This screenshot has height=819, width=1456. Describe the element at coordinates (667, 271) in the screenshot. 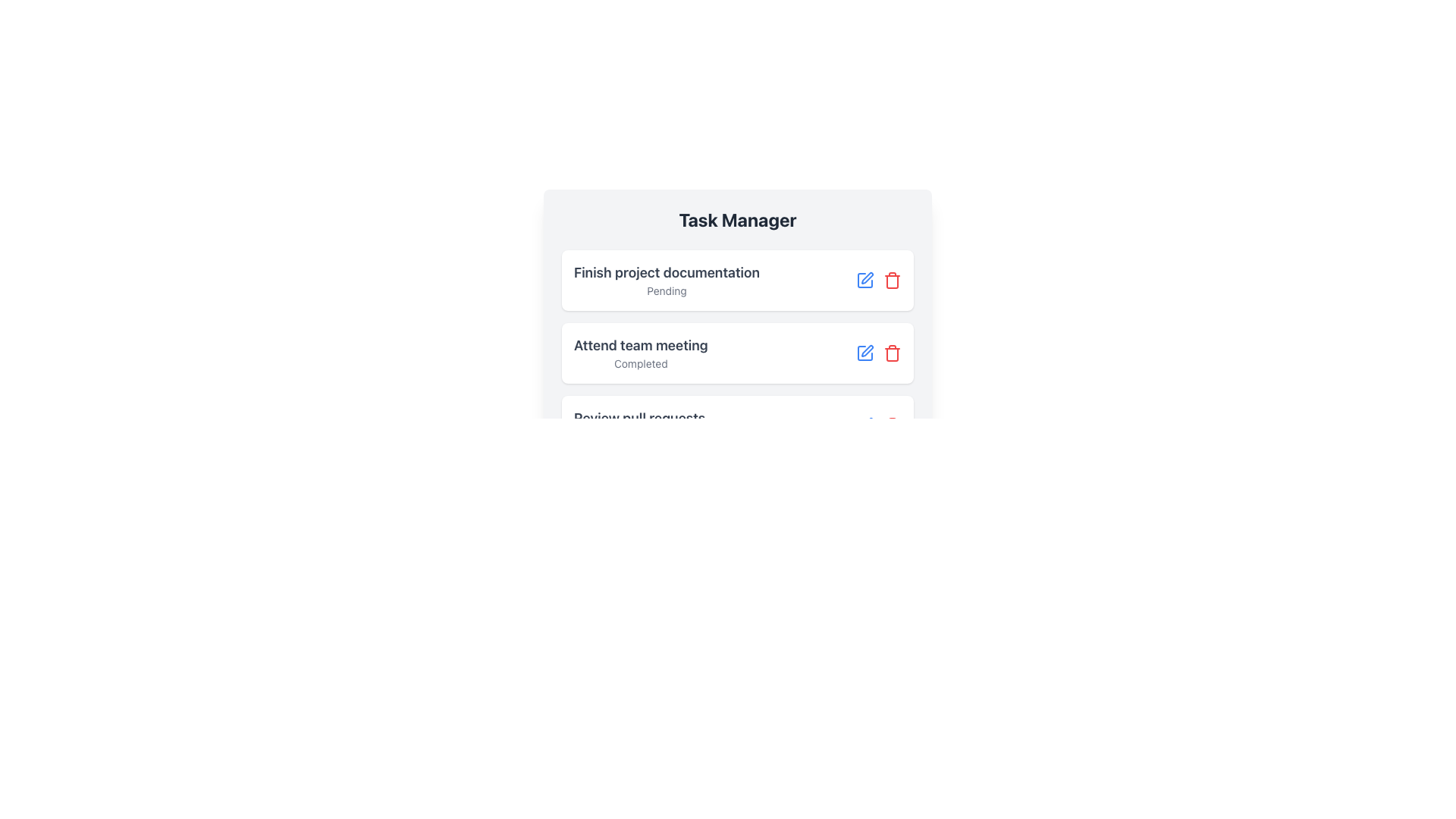

I see `the text label that reads 'Finish project documentation', styled with a larger font size and bold weight, located in the topmost card of the task list under 'Task Manager'` at that location.